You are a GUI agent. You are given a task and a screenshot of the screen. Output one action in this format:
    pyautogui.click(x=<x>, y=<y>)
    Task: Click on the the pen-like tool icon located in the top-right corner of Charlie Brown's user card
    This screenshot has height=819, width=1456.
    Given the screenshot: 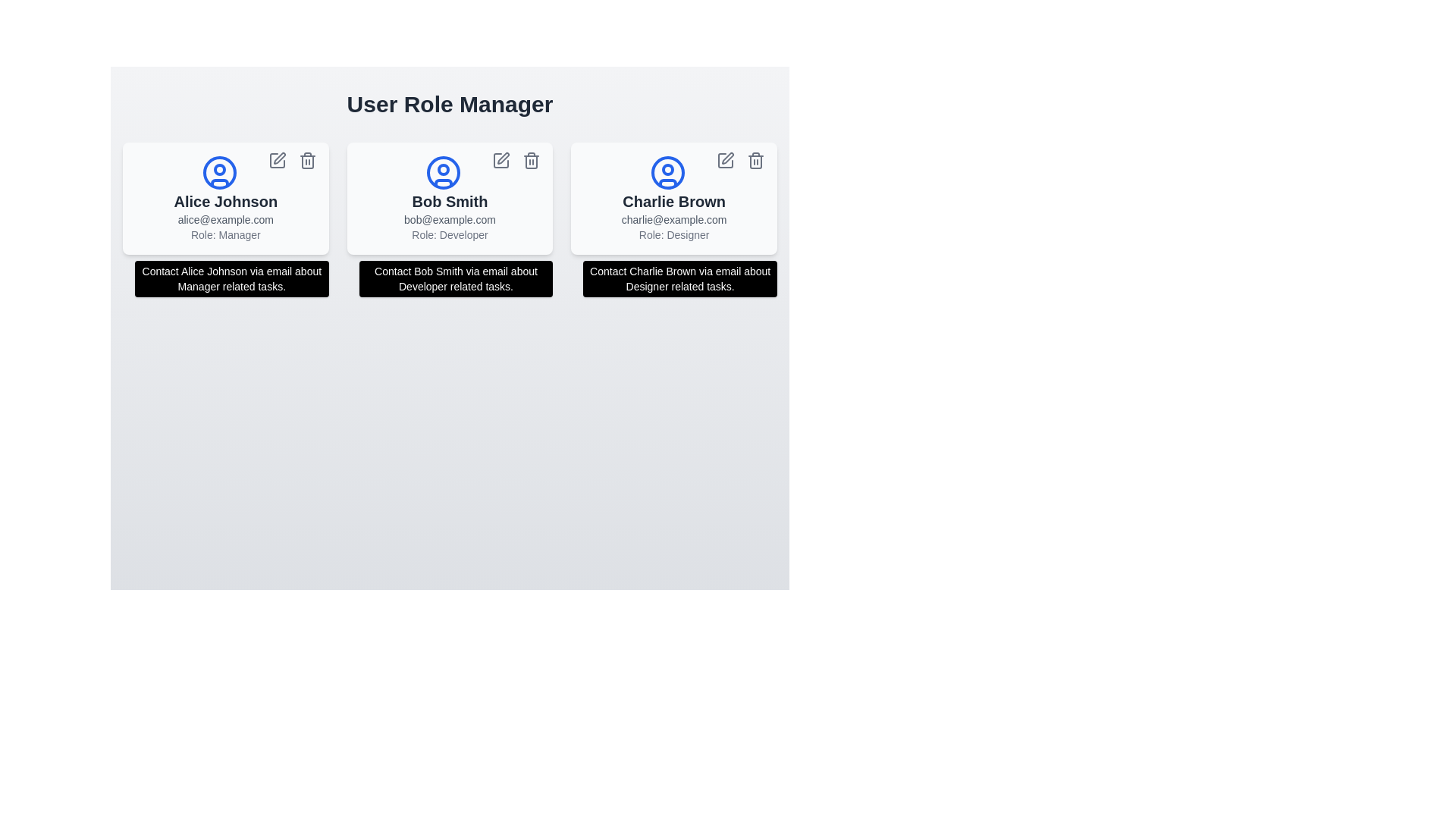 What is the action you would take?
    pyautogui.click(x=728, y=158)
    